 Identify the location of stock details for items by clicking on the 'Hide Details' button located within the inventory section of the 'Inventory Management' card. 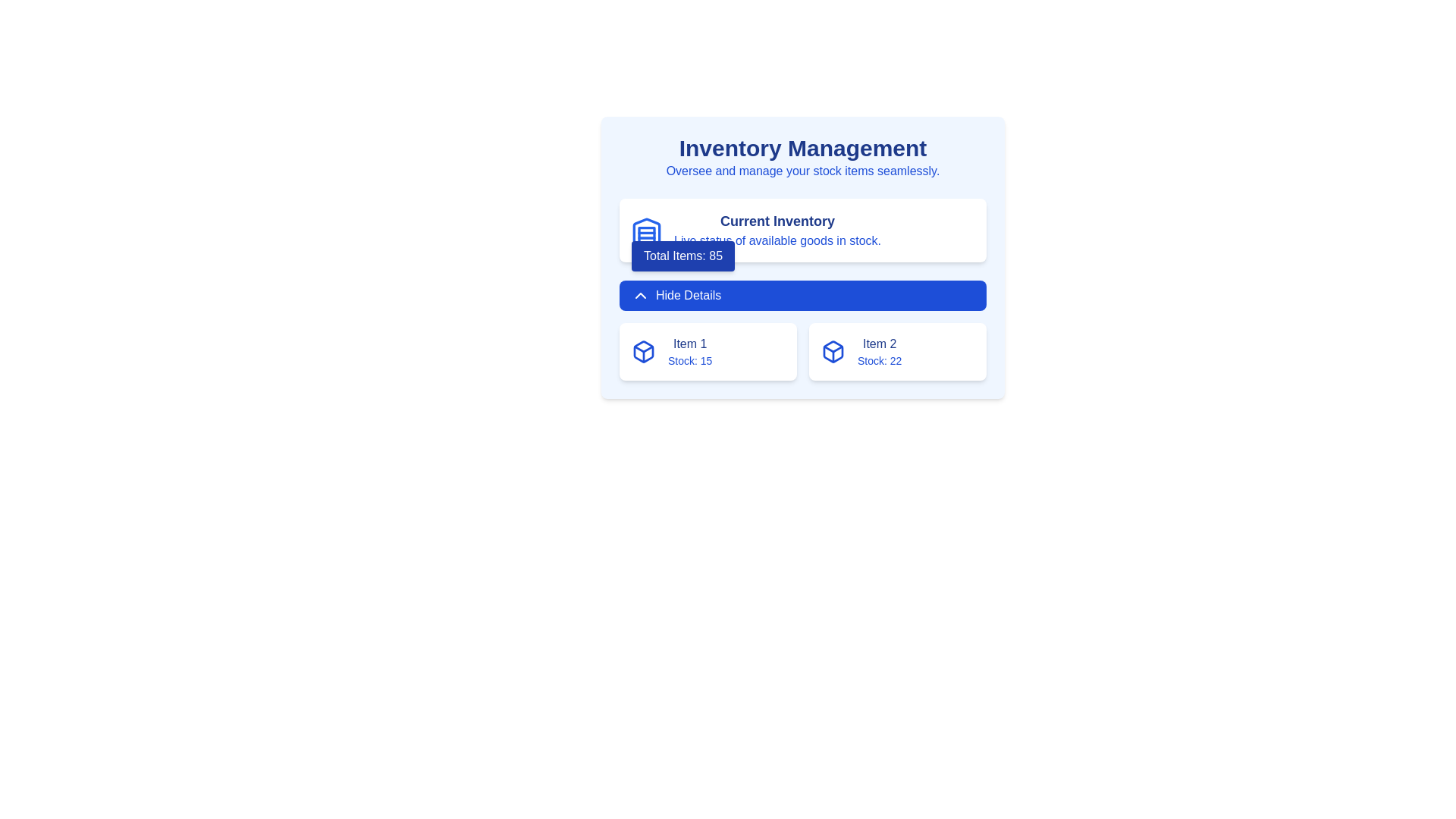
(802, 289).